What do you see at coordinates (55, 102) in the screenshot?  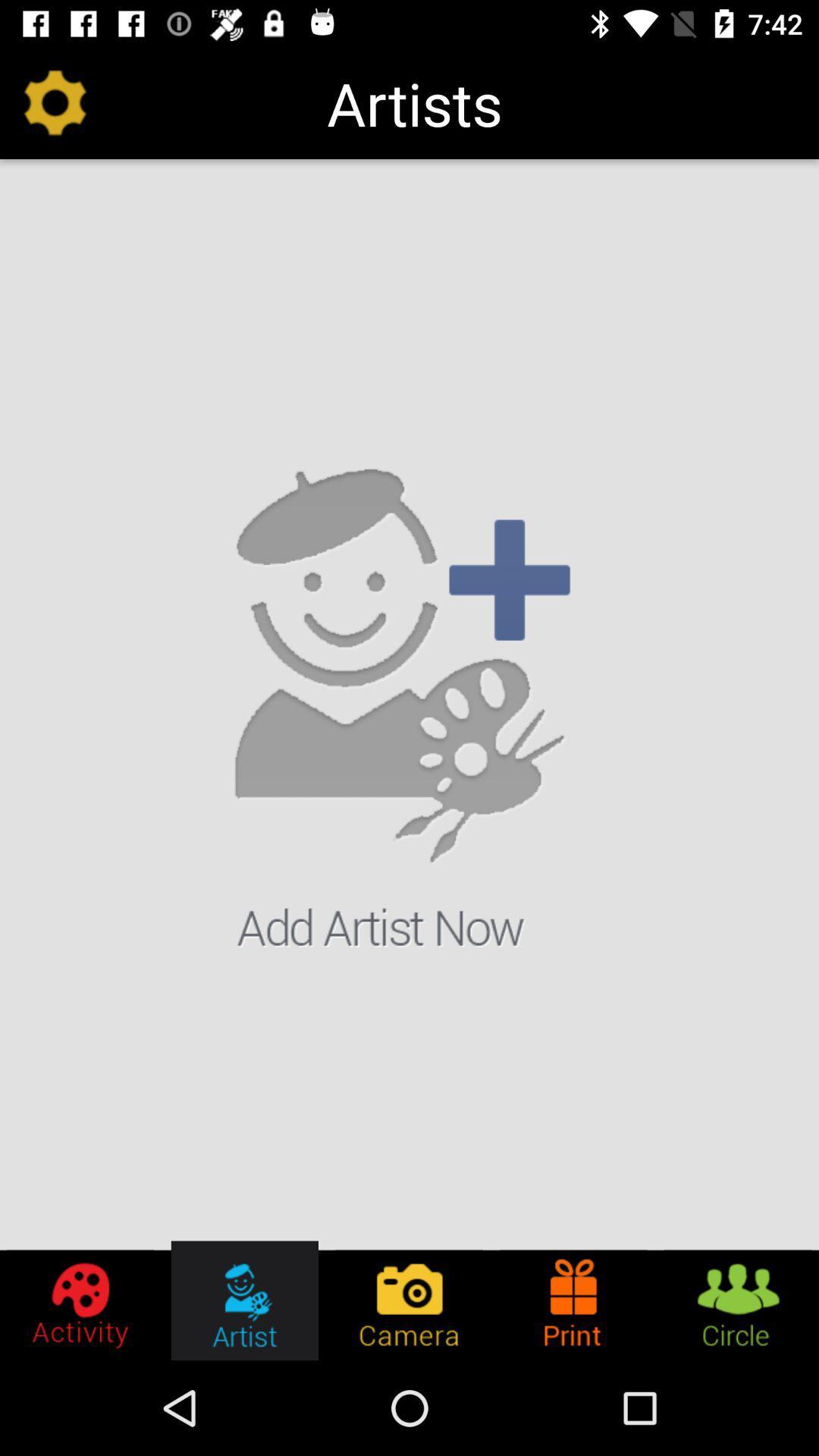 I see `the item at the top left corner` at bounding box center [55, 102].